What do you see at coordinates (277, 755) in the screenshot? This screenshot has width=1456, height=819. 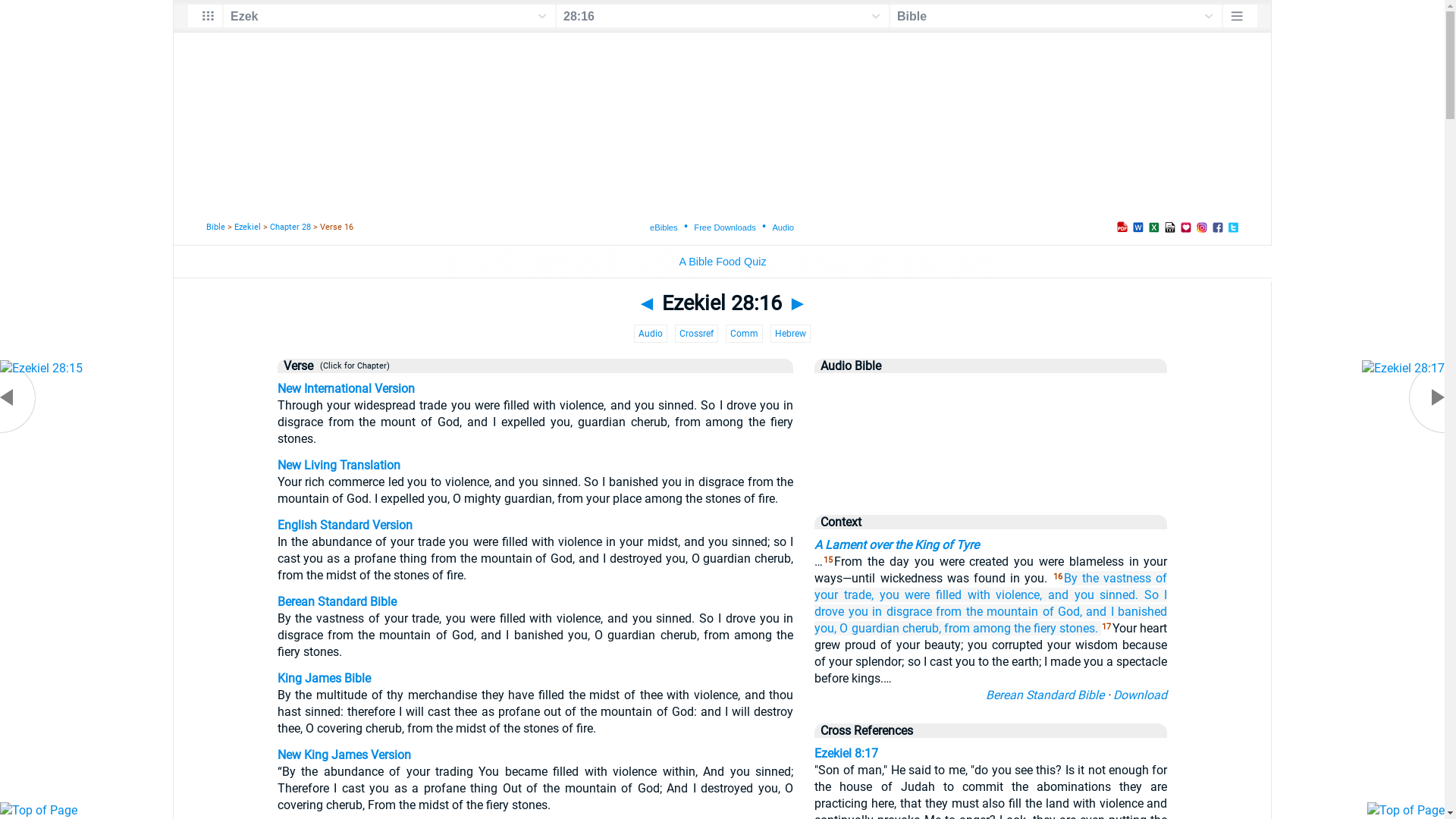 I see `'New King James Version'` at bounding box center [277, 755].